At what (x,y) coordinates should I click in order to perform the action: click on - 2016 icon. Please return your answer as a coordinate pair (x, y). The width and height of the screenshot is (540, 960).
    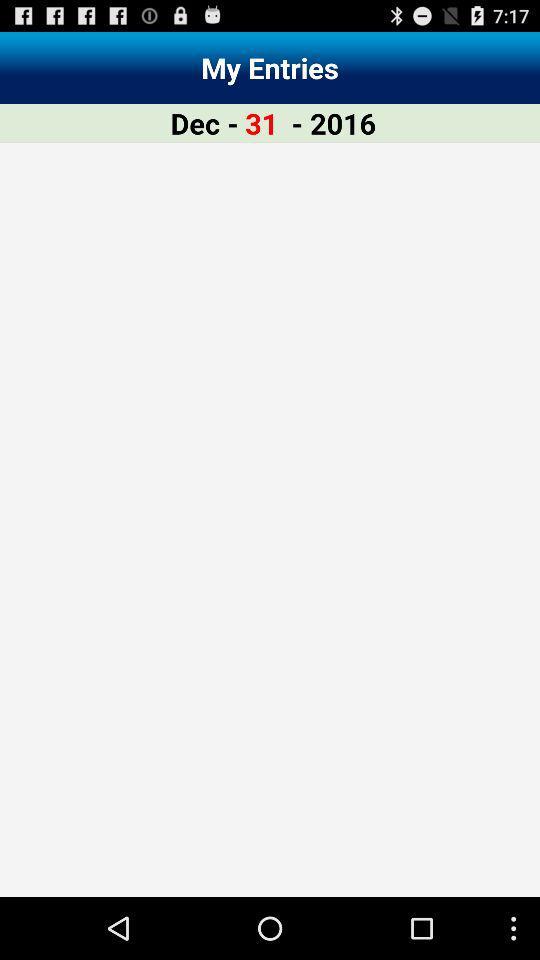
    Looking at the image, I should click on (333, 122).